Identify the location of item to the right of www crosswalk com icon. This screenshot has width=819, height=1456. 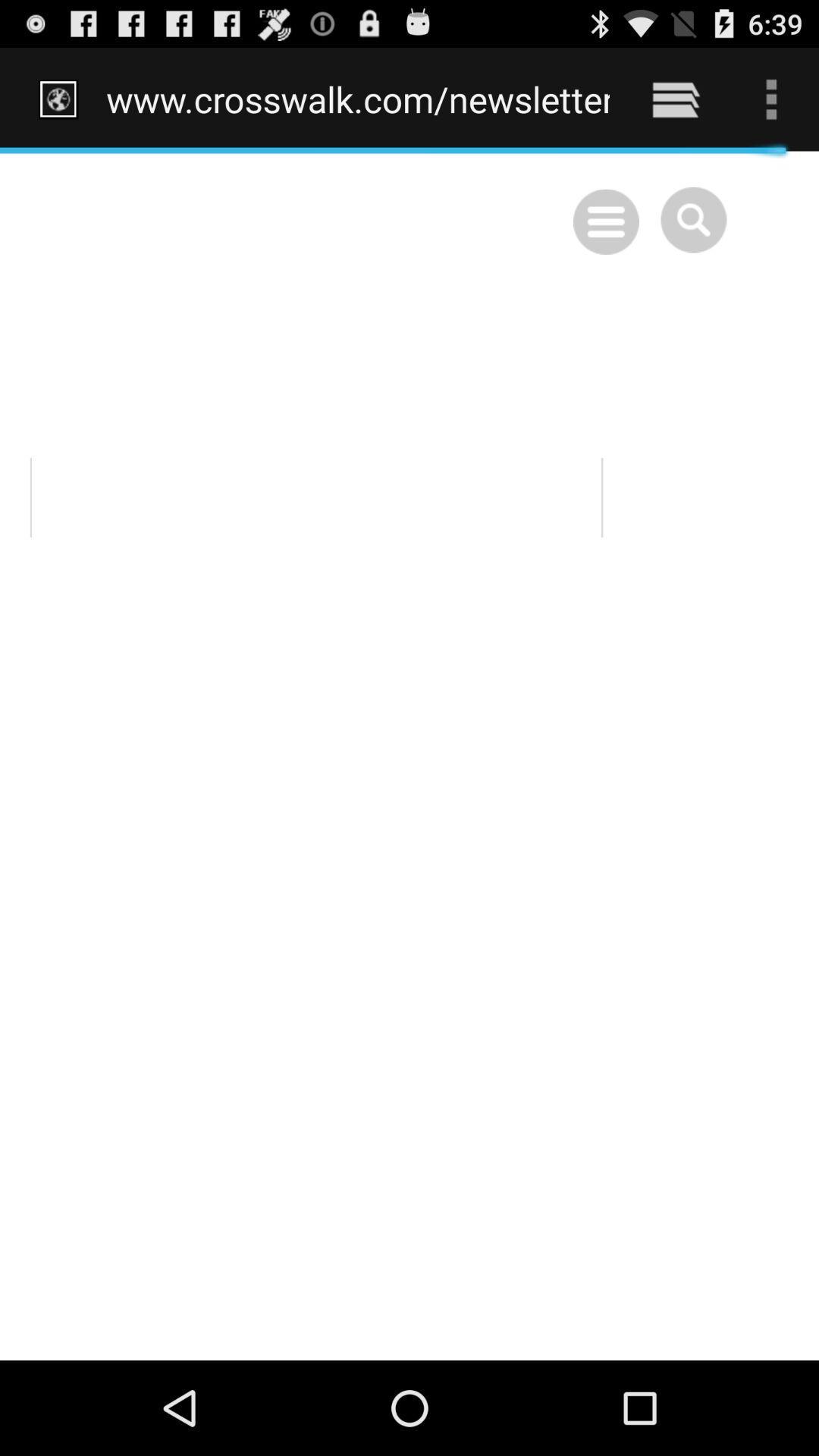
(675, 99).